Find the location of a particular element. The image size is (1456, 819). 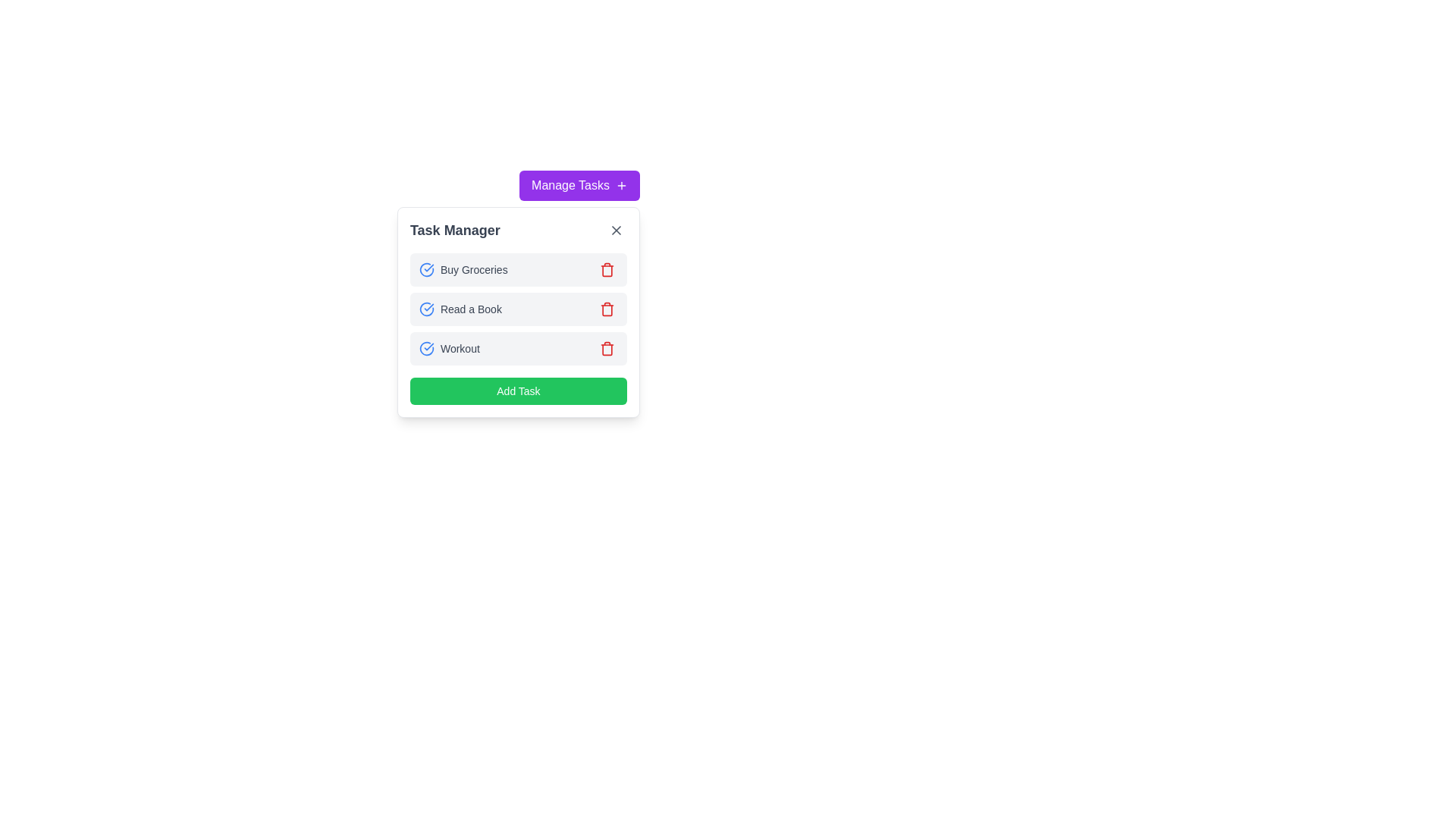

the close button represented by a diagonal cross ('X') icon in the upper-right corner of the Task Manager panel is located at coordinates (616, 231).